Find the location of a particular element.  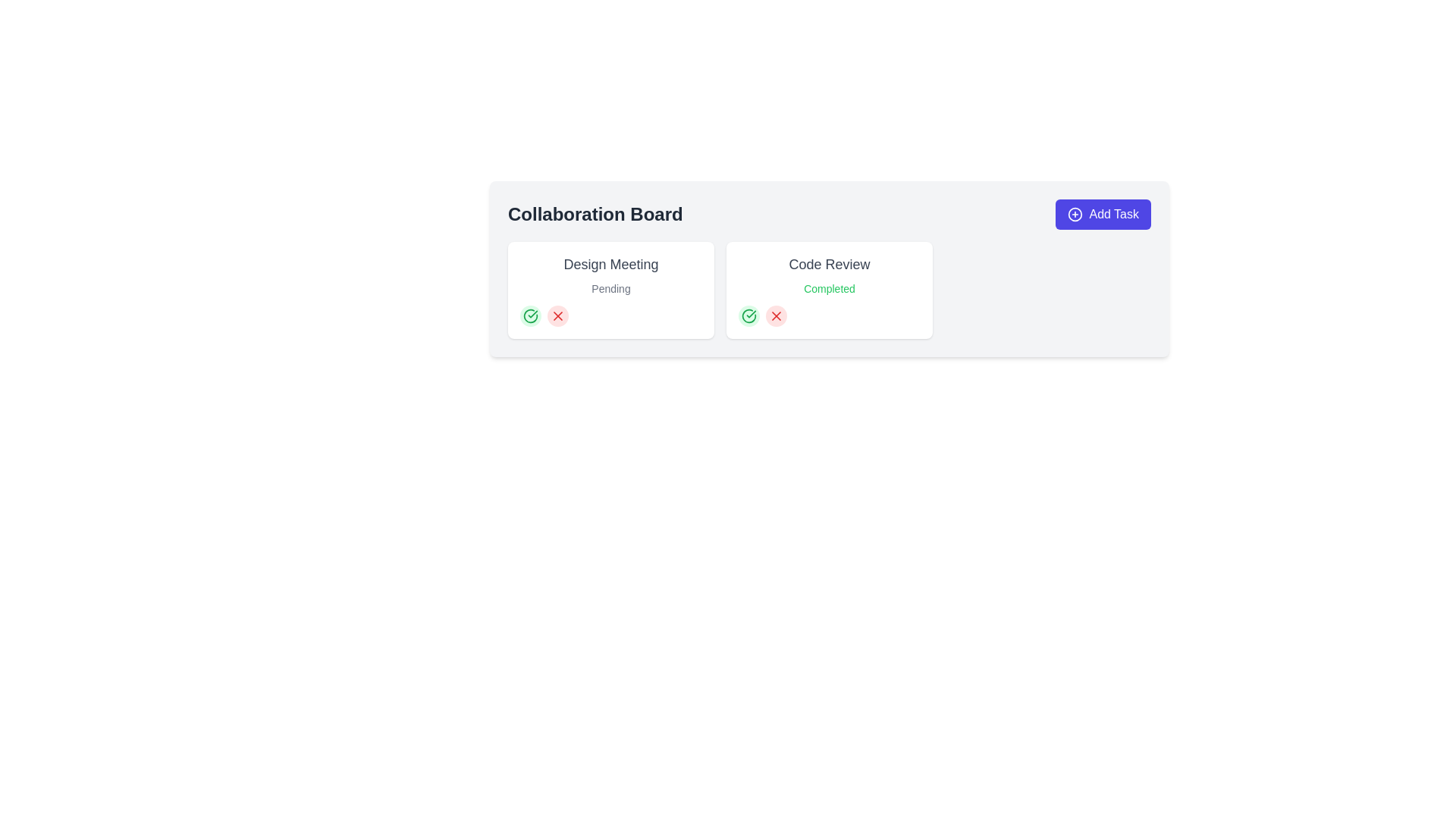

the circular green icon with a white checkmark, located beneath the 'Code Review' heading in the 'Collaboration Board' area is located at coordinates (749, 315).